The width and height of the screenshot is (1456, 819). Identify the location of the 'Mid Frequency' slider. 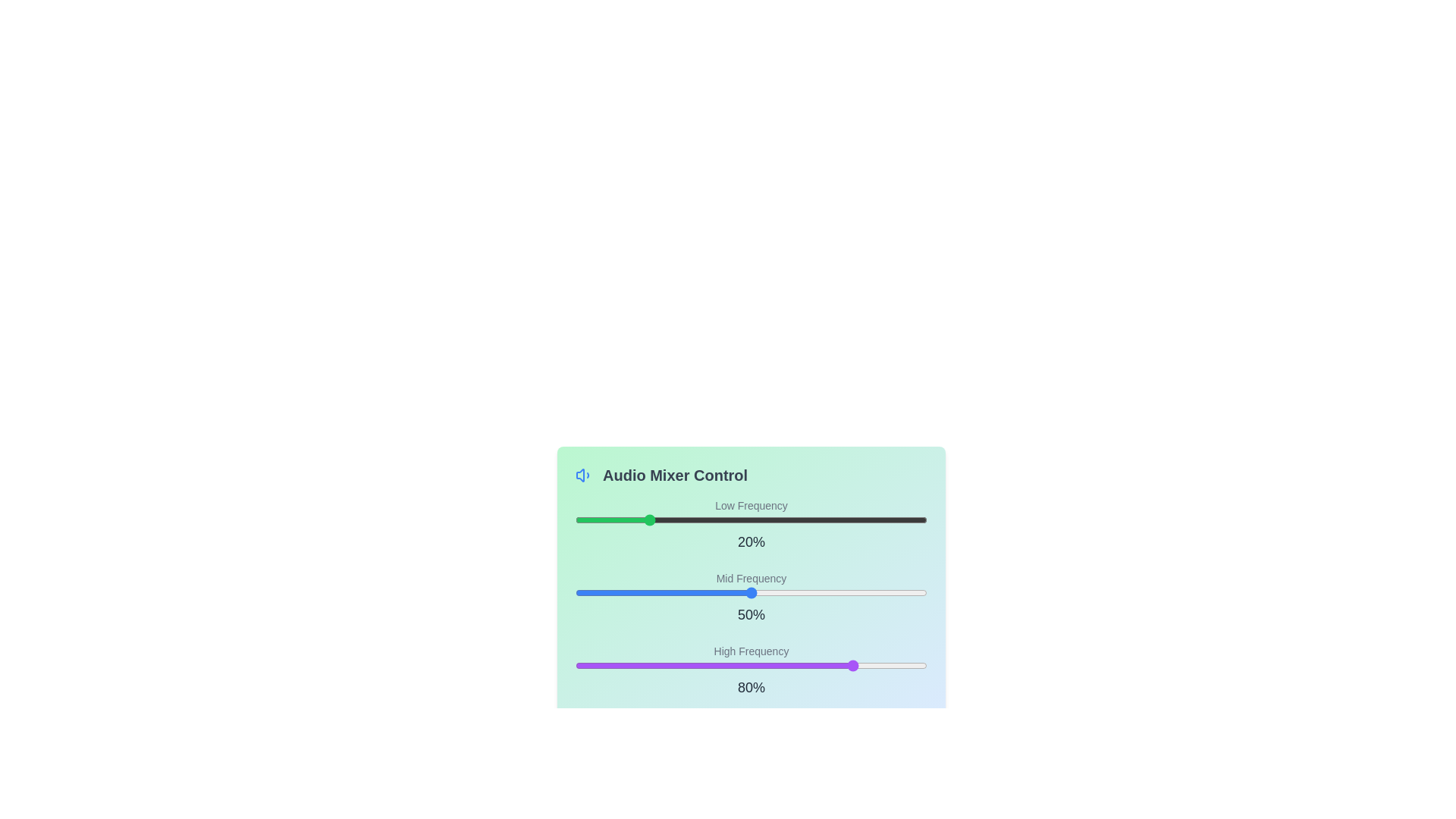
(783, 592).